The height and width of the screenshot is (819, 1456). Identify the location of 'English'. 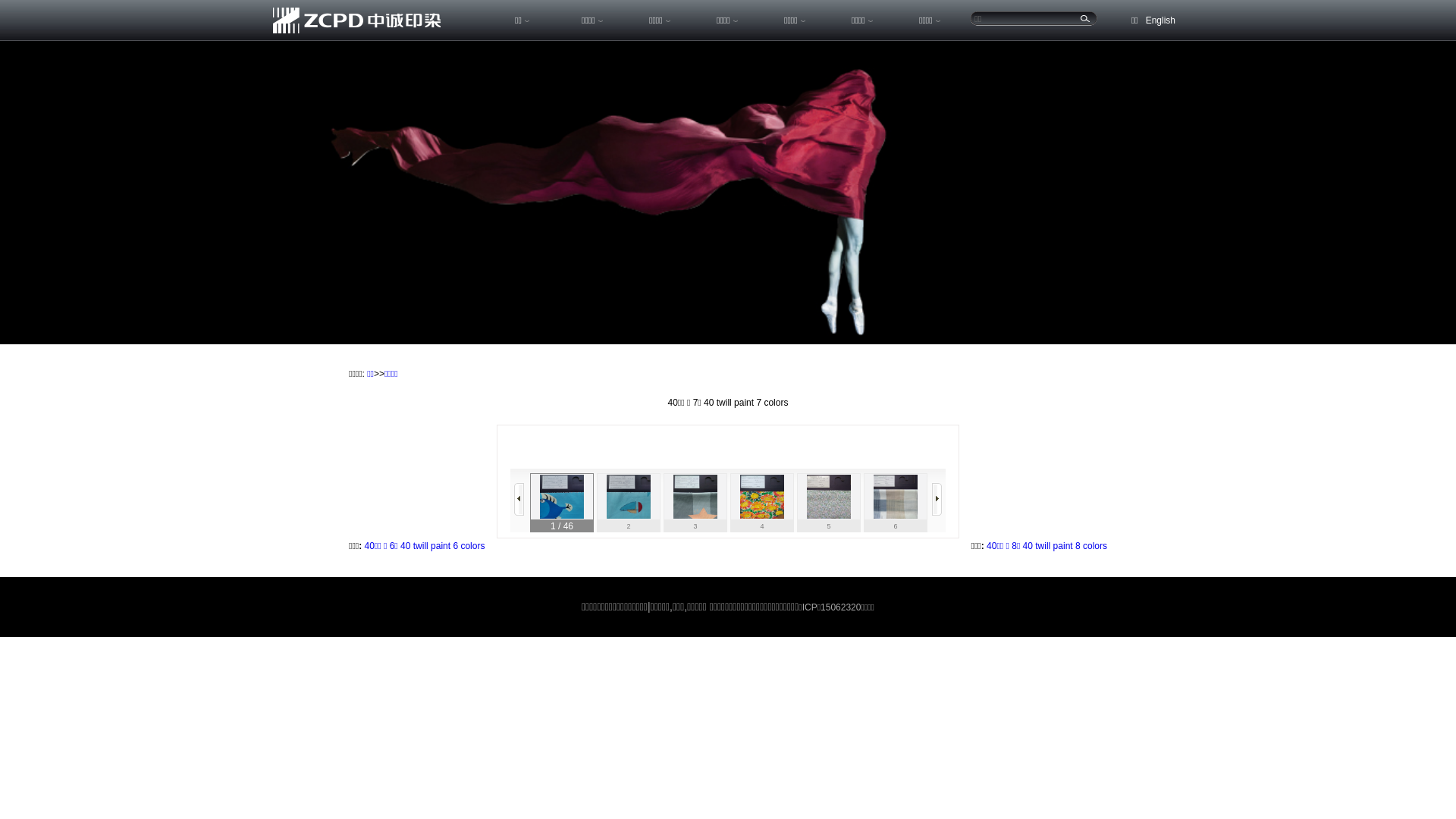
(1159, 20).